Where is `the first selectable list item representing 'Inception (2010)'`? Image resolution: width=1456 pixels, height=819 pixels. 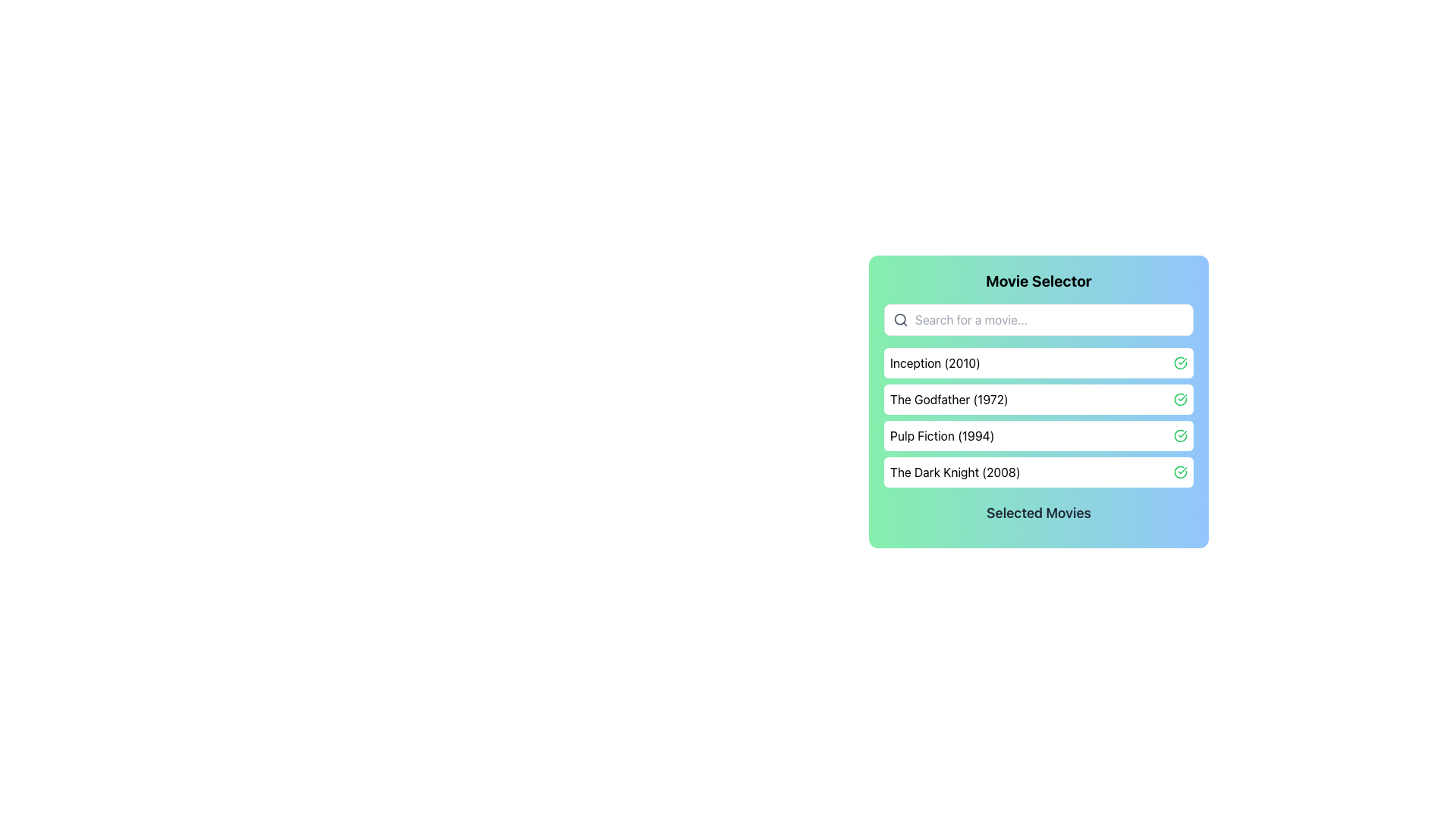 the first selectable list item representing 'Inception (2010)' is located at coordinates (1037, 362).